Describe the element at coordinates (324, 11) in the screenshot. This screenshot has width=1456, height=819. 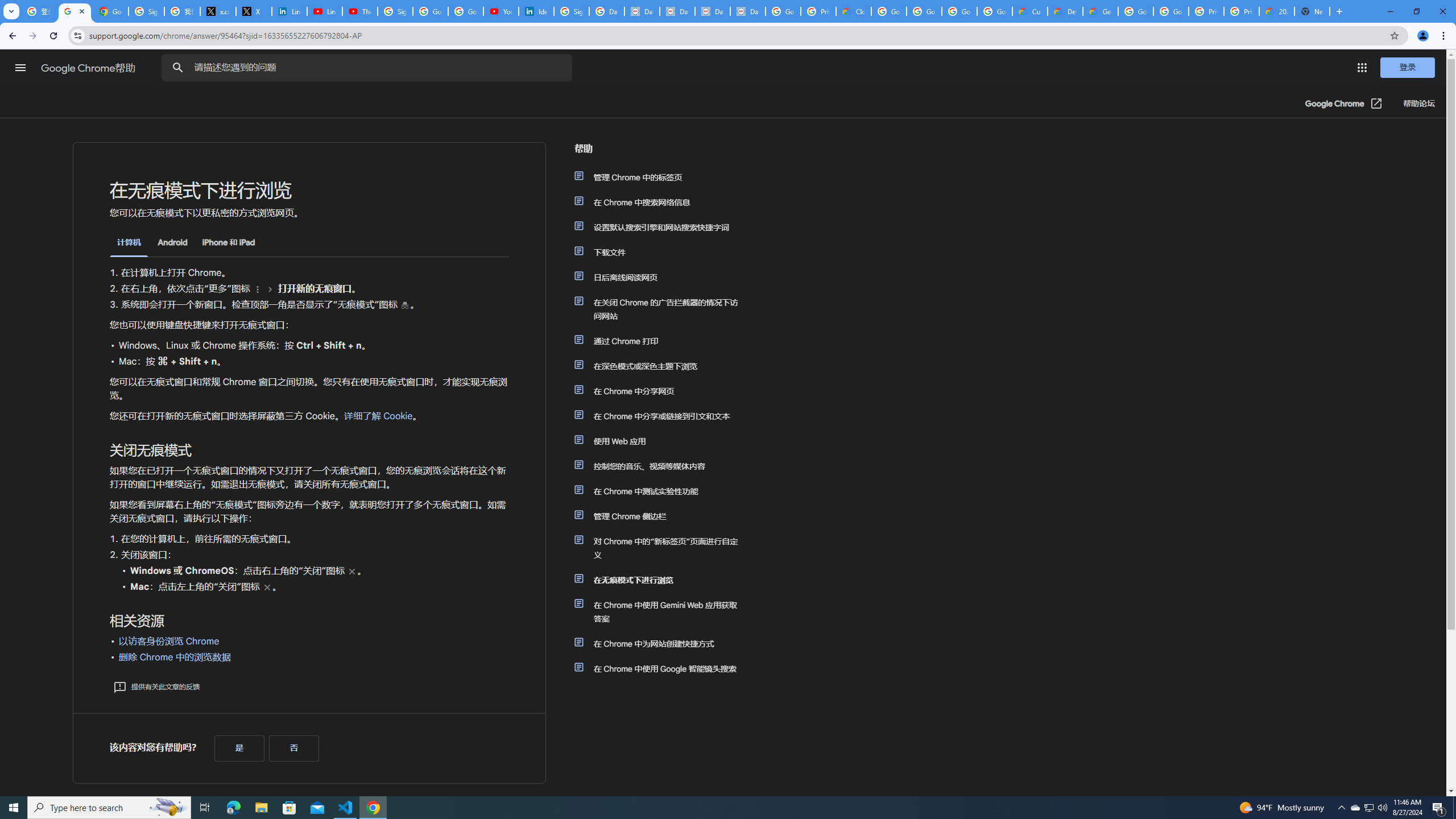
I see `'LinkedIn - YouTube'` at that location.